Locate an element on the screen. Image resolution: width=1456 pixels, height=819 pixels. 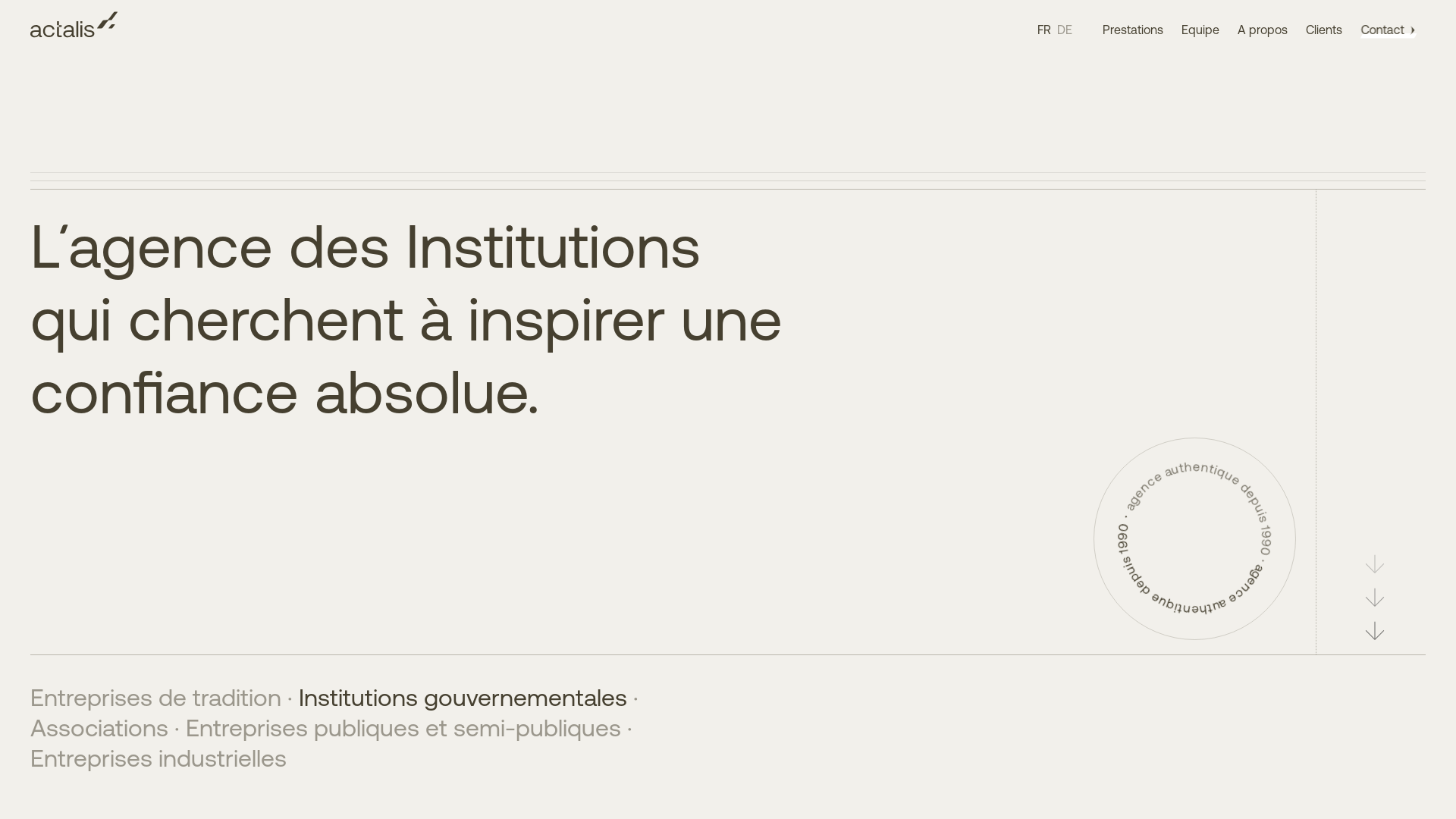
'Clients' is located at coordinates (1323, 30).